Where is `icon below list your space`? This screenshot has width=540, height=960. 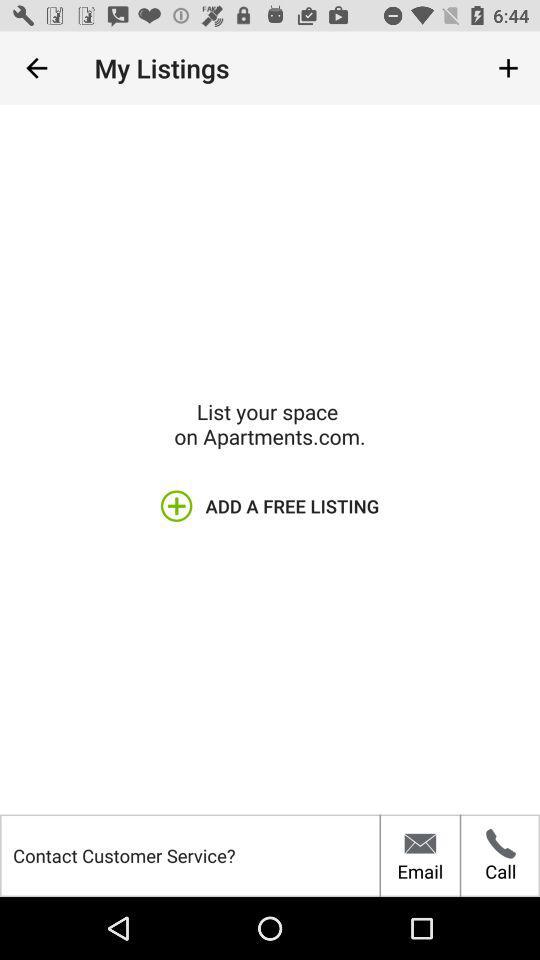 icon below list your space is located at coordinates (270, 505).